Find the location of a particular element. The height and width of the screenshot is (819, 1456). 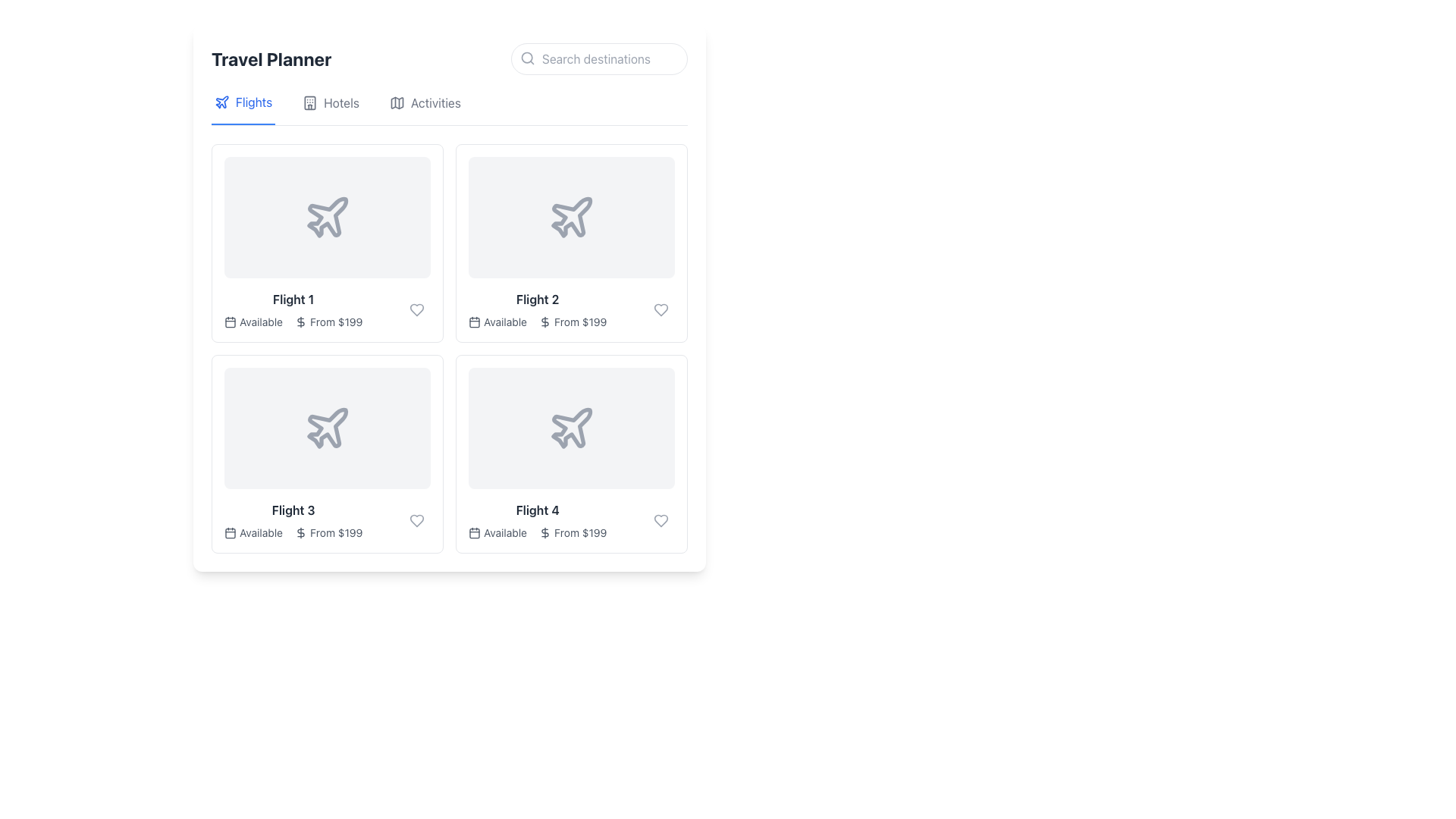

the 'Available' label with calendar icon, which is the first item in the horizontal group containing 'Available' and 'From $199' is located at coordinates (497, 532).